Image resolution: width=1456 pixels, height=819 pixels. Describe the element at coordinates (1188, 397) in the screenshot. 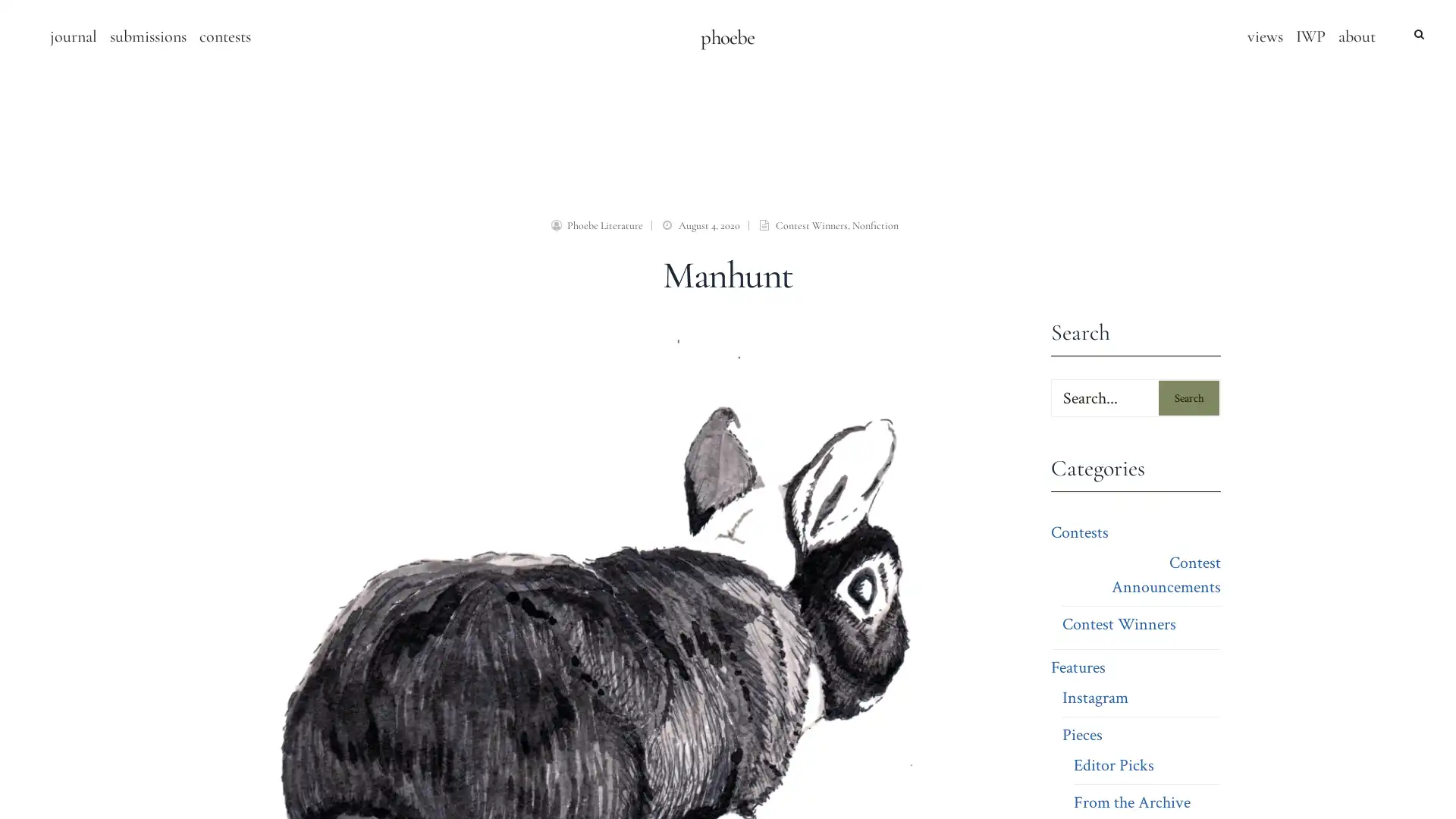

I see `Search` at that location.